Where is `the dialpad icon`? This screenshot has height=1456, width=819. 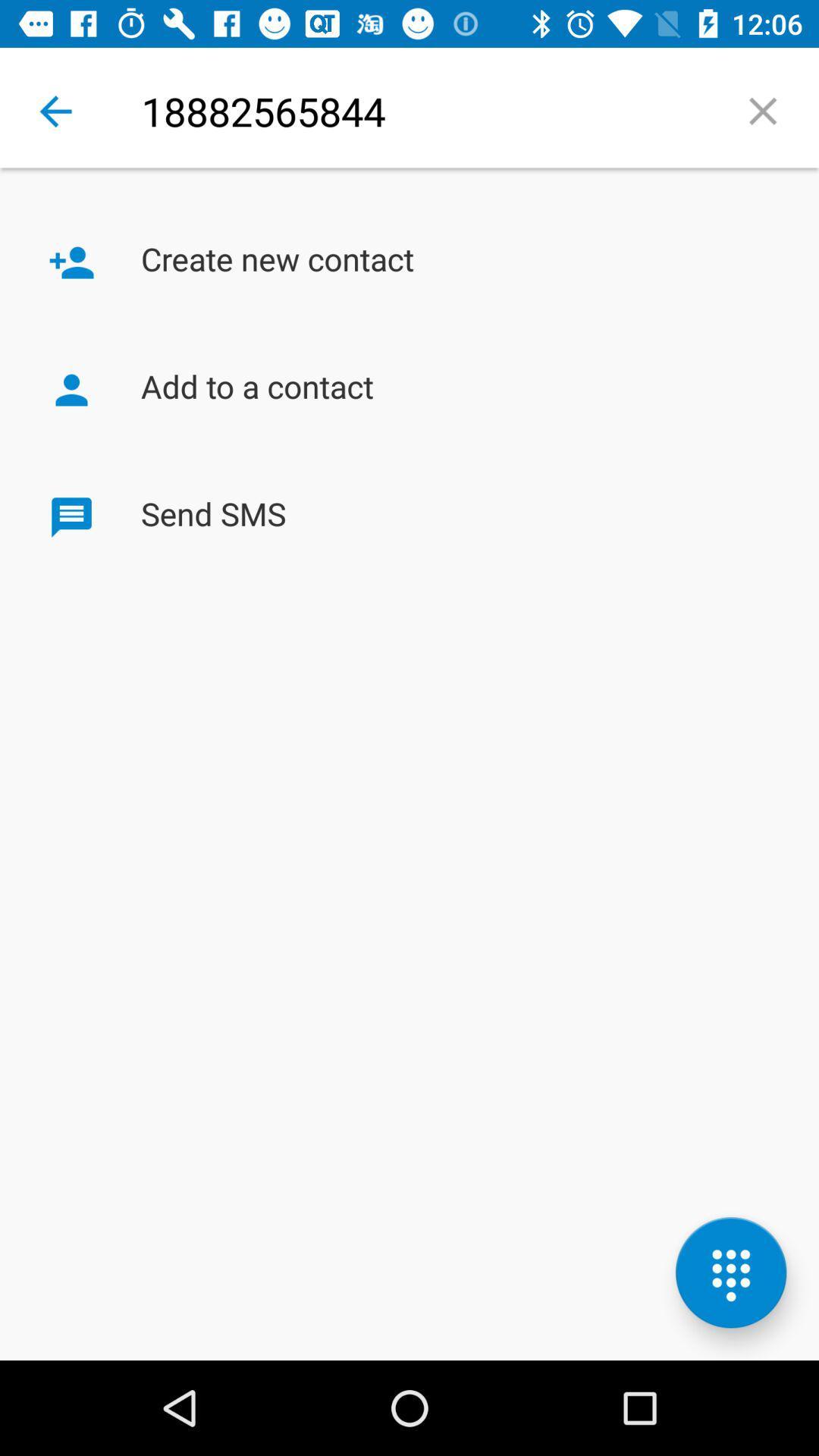
the dialpad icon is located at coordinates (730, 1272).